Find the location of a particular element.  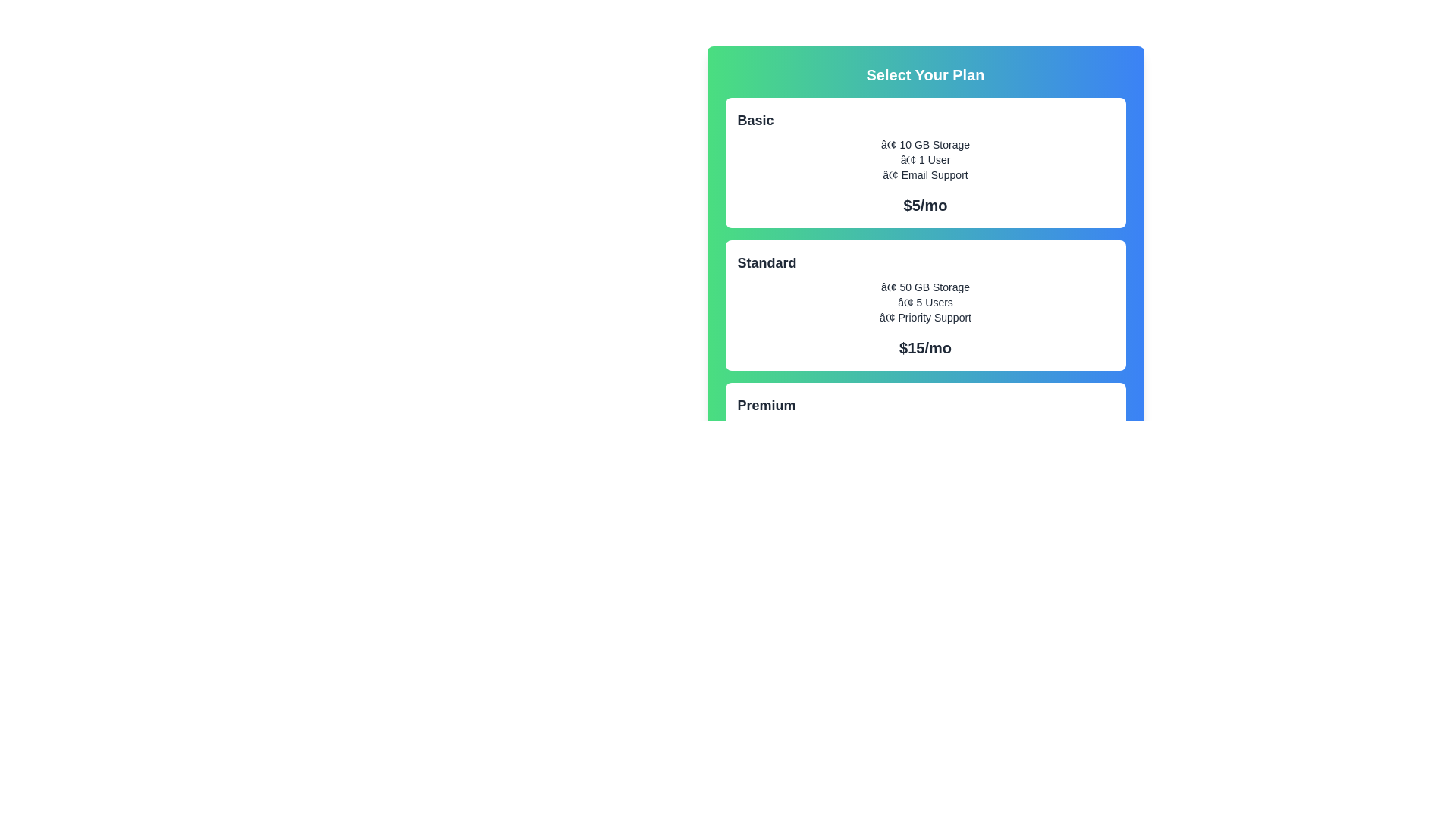

the text label describing the storage offered by the 'Standard' pricing plan, which is the first item in the bullet point list located above '• 5 Users' and '• Priority Support' is located at coordinates (924, 287).